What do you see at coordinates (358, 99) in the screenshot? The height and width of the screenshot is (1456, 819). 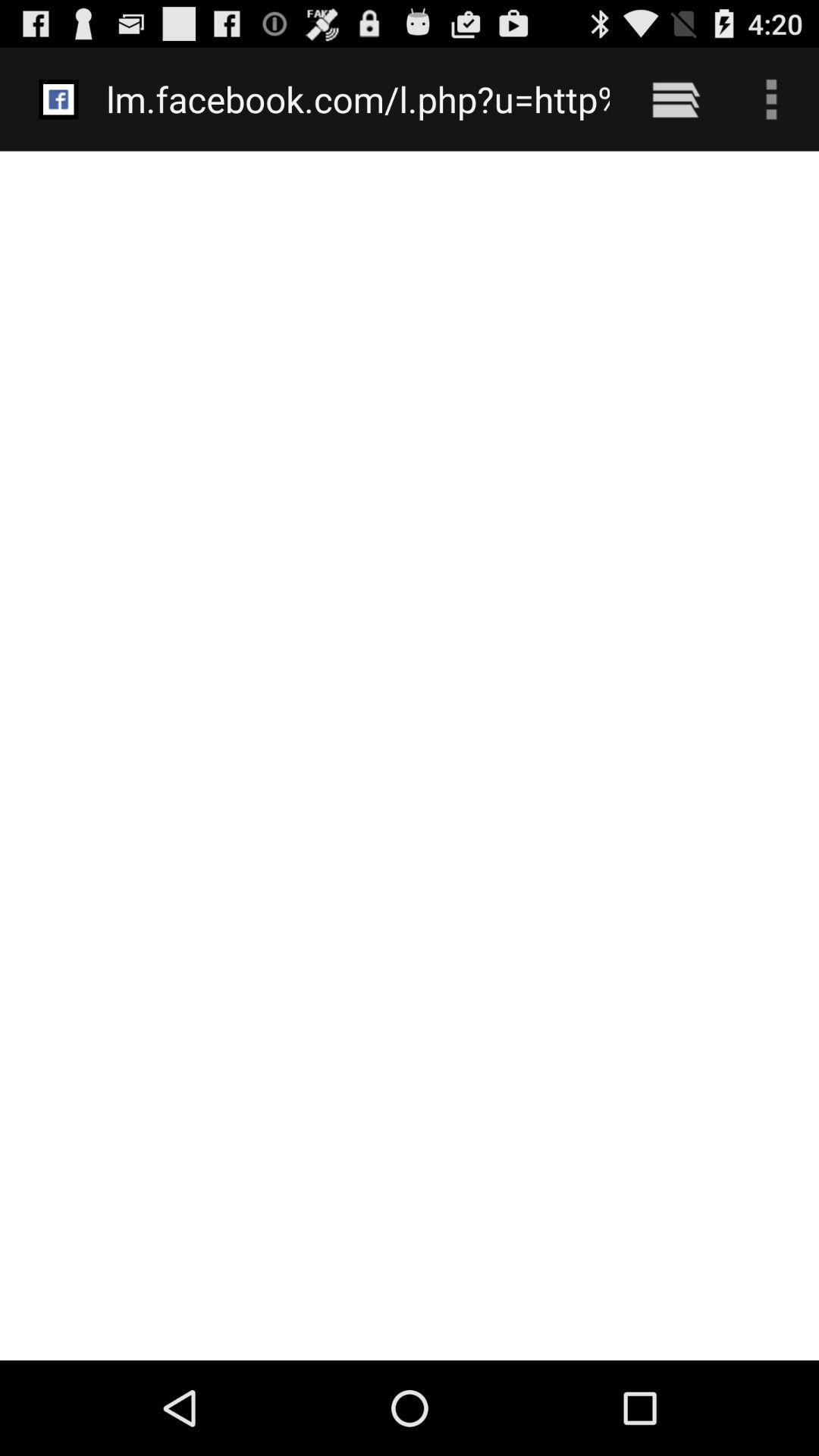 I see `the lm facebook com at the top` at bounding box center [358, 99].